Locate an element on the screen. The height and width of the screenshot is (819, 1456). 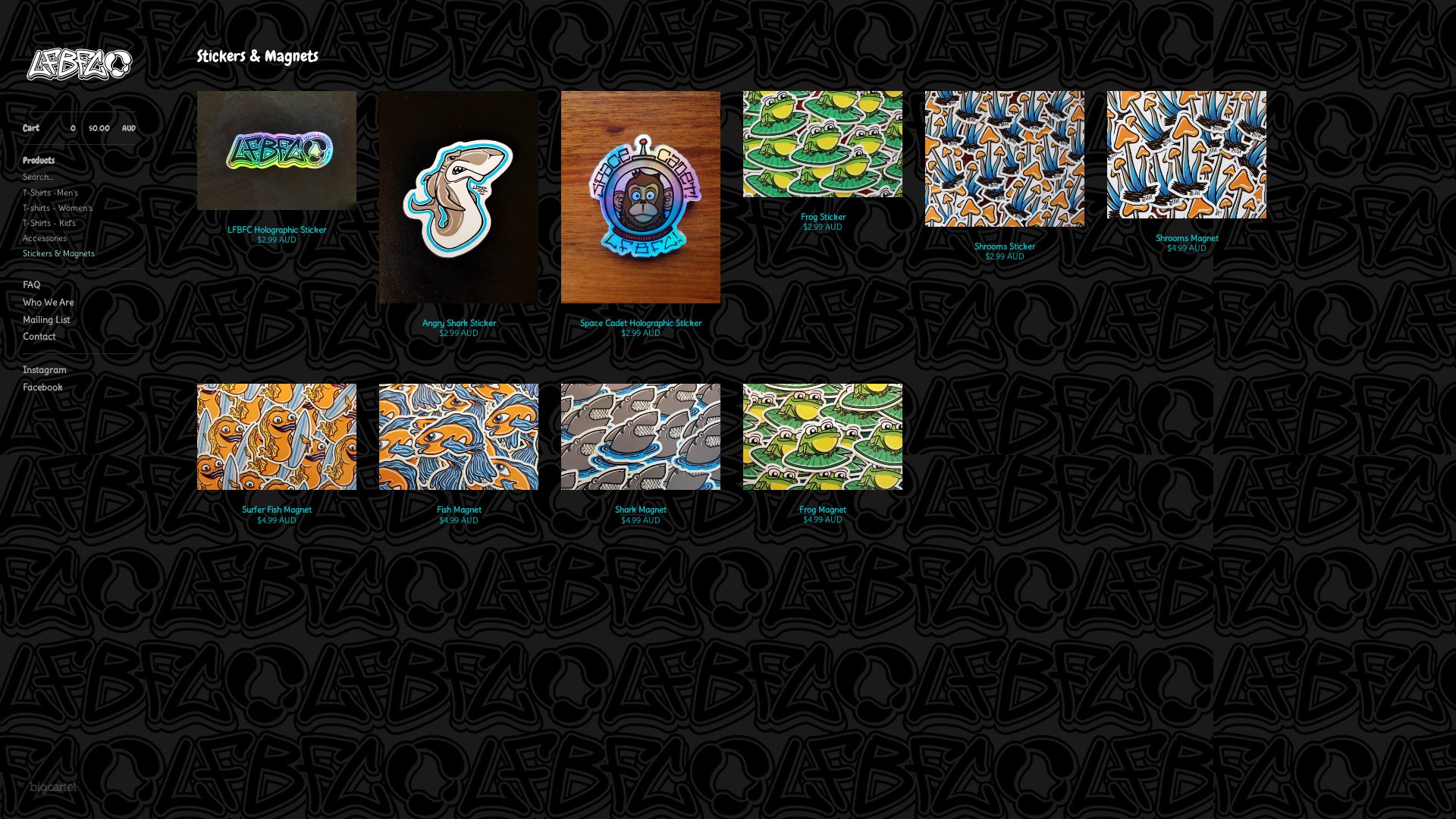
'Powered by Big Cartel' is located at coordinates (52, 786).